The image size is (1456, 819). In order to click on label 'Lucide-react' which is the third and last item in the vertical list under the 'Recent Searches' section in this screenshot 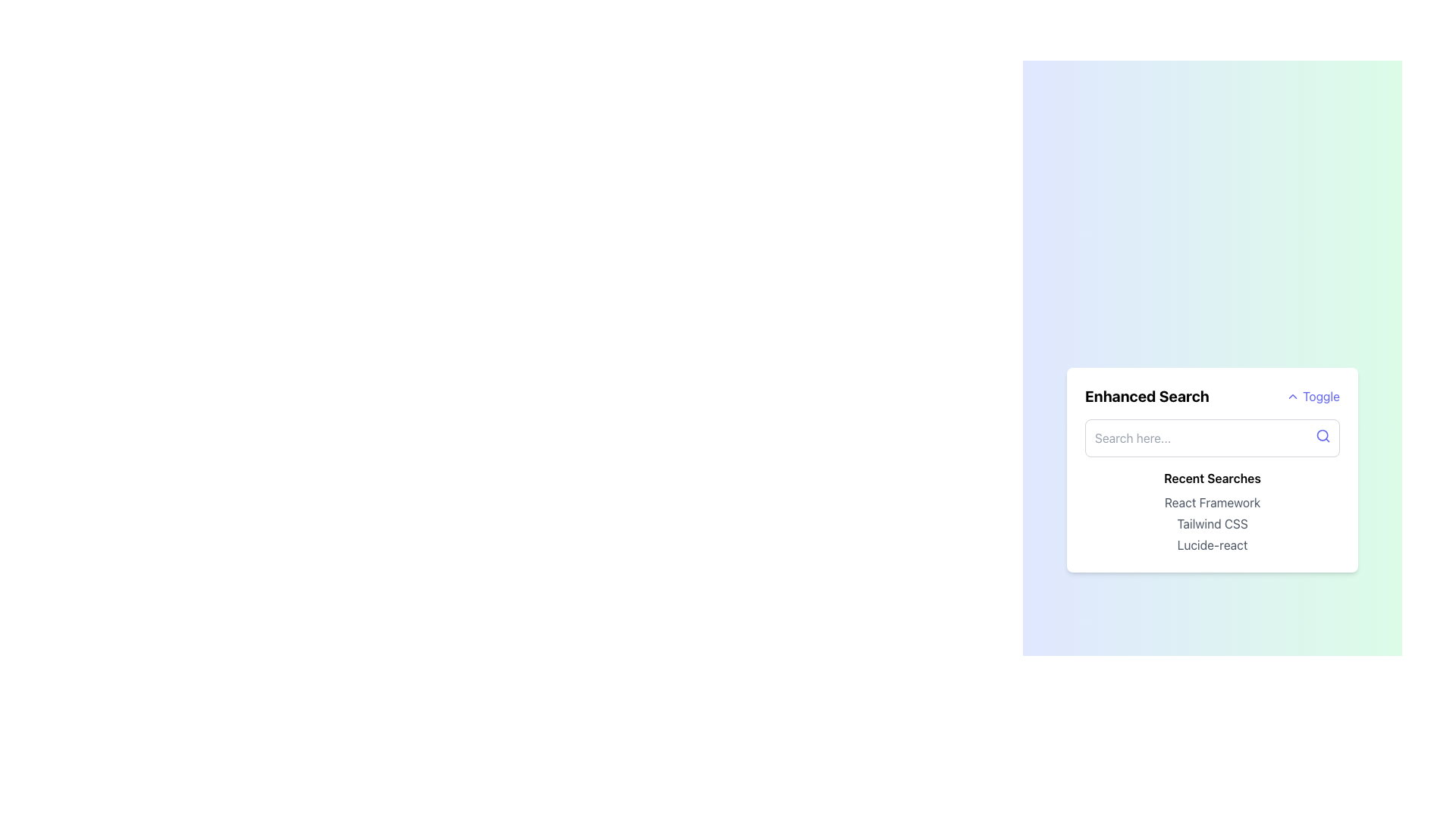, I will do `click(1211, 544)`.